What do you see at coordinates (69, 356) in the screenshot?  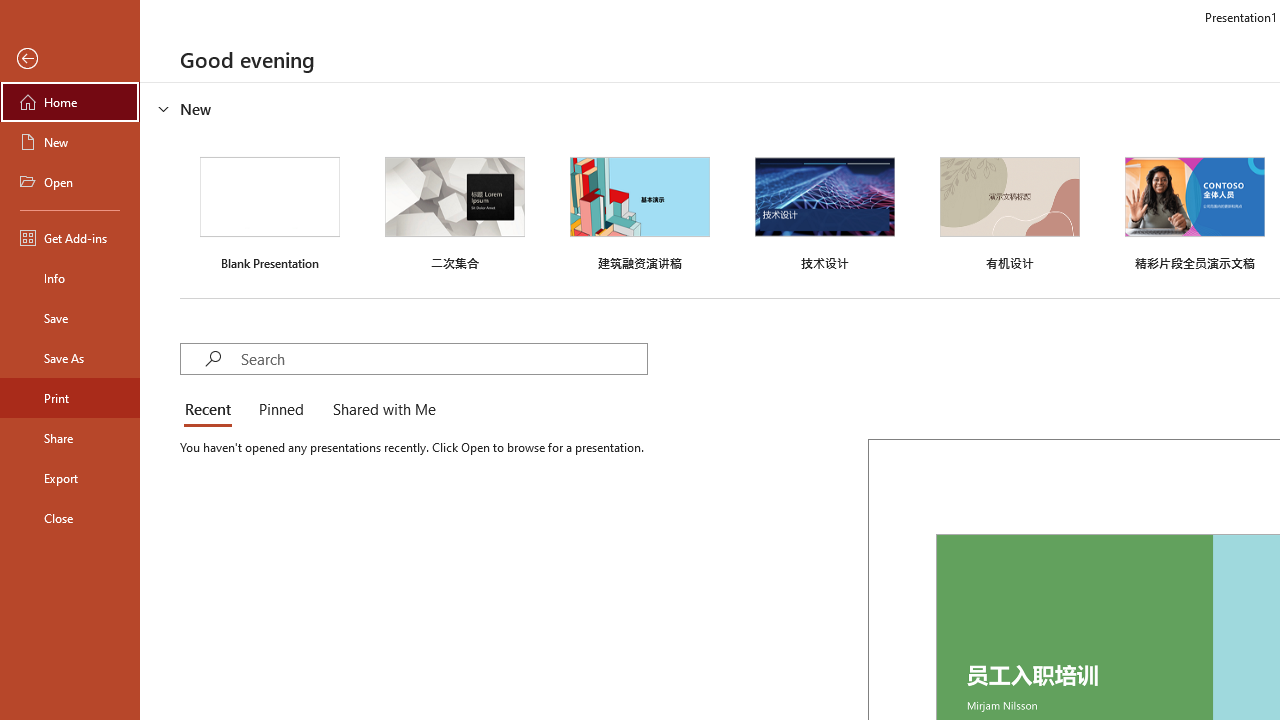 I see `'Save As'` at bounding box center [69, 356].